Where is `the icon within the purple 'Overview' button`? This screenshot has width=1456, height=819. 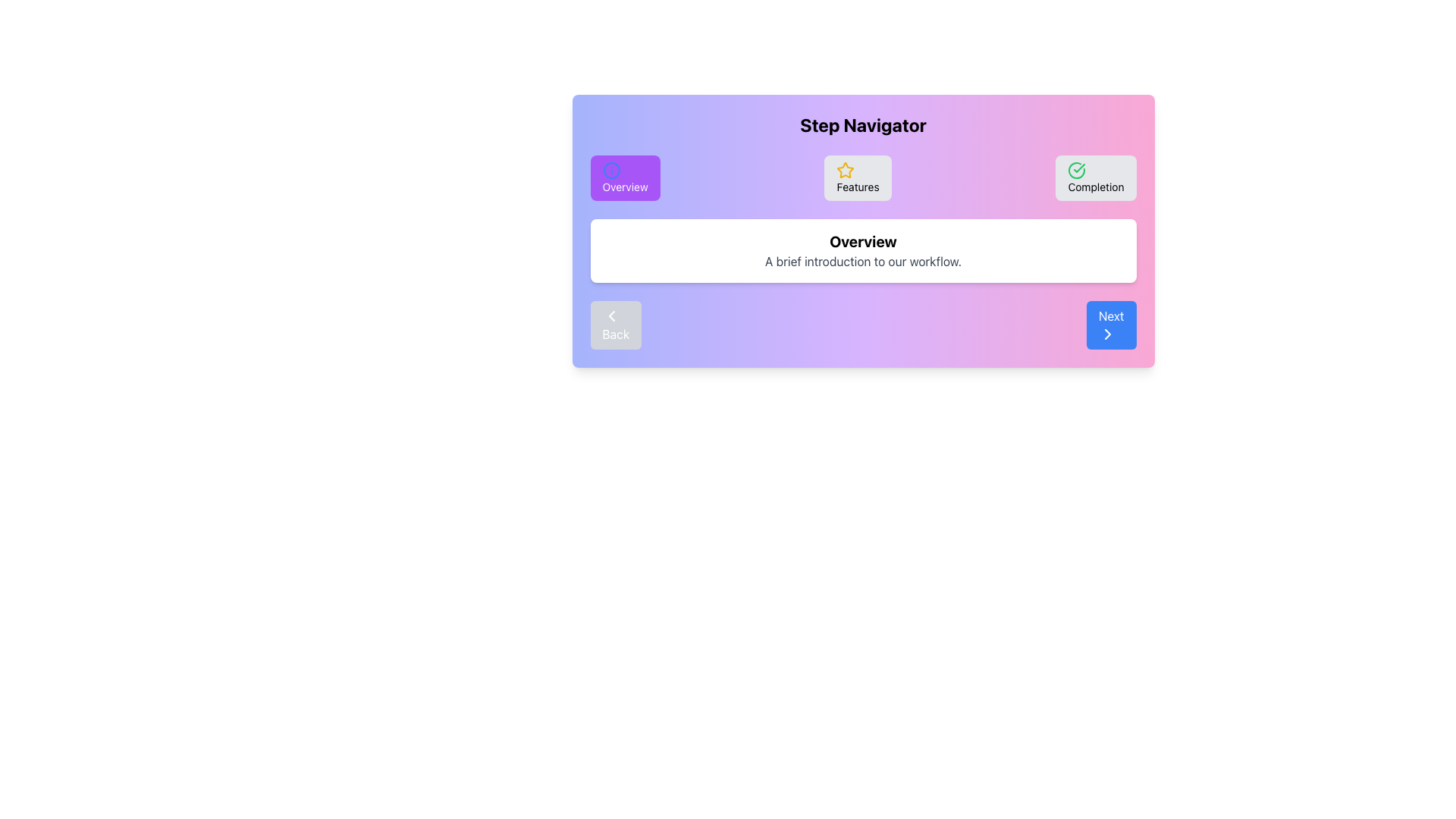
the icon within the purple 'Overview' button is located at coordinates (611, 170).